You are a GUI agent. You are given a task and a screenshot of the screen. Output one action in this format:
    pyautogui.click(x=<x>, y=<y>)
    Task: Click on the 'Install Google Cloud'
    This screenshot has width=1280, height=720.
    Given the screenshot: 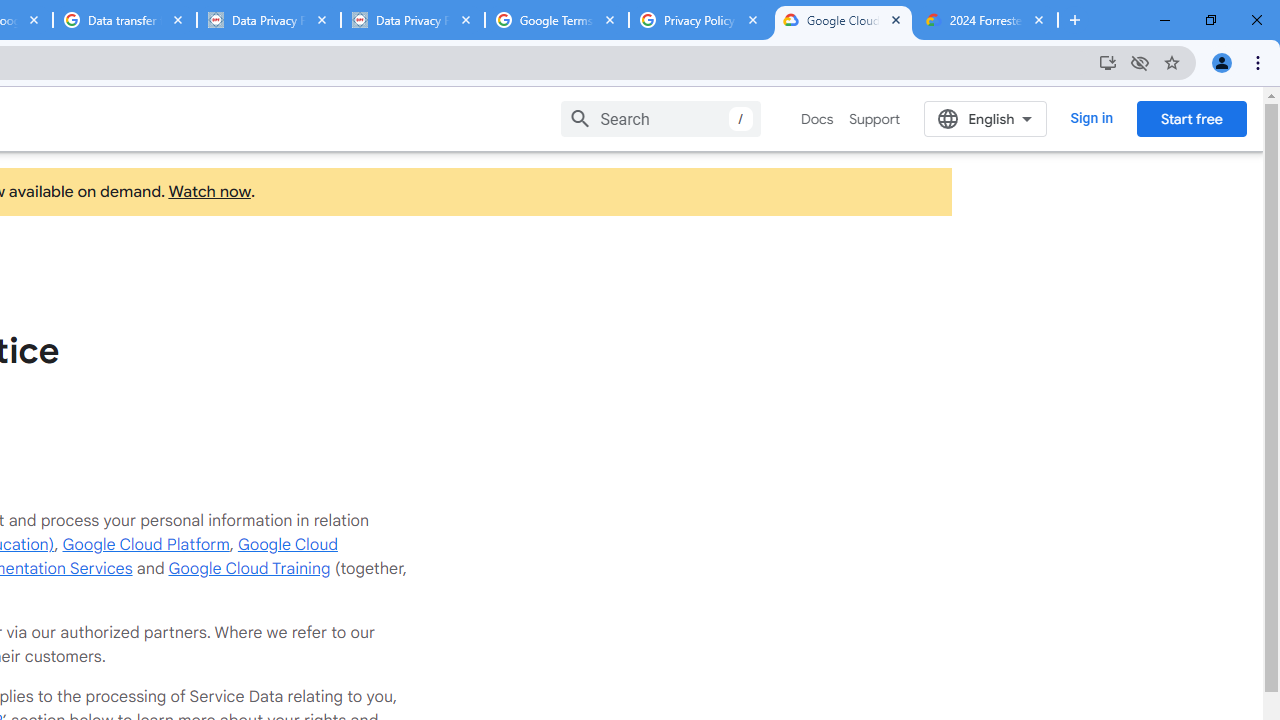 What is the action you would take?
    pyautogui.click(x=1106, y=61)
    